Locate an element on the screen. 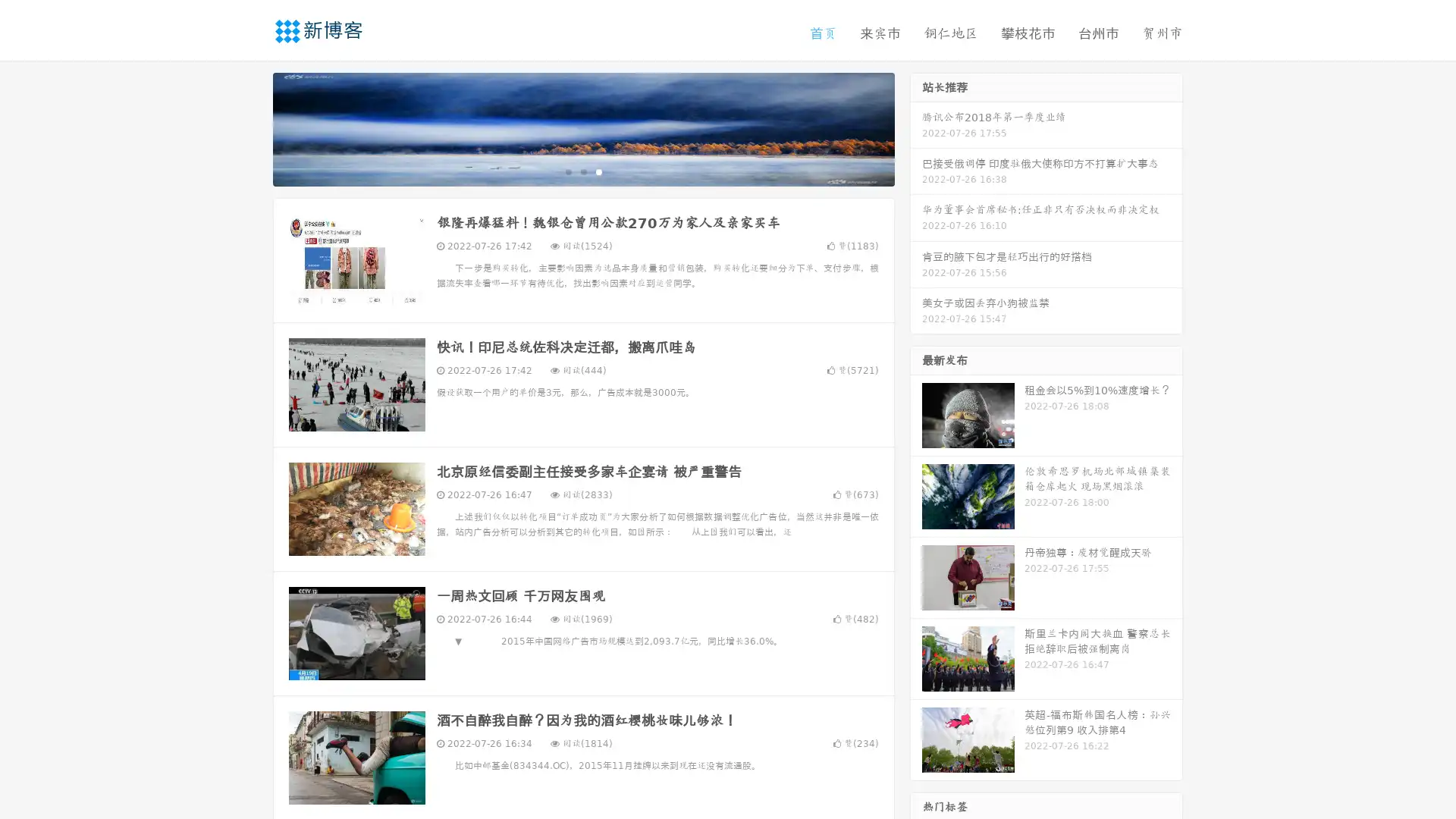 The width and height of the screenshot is (1456, 819). Go to slide 2 is located at coordinates (582, 171).